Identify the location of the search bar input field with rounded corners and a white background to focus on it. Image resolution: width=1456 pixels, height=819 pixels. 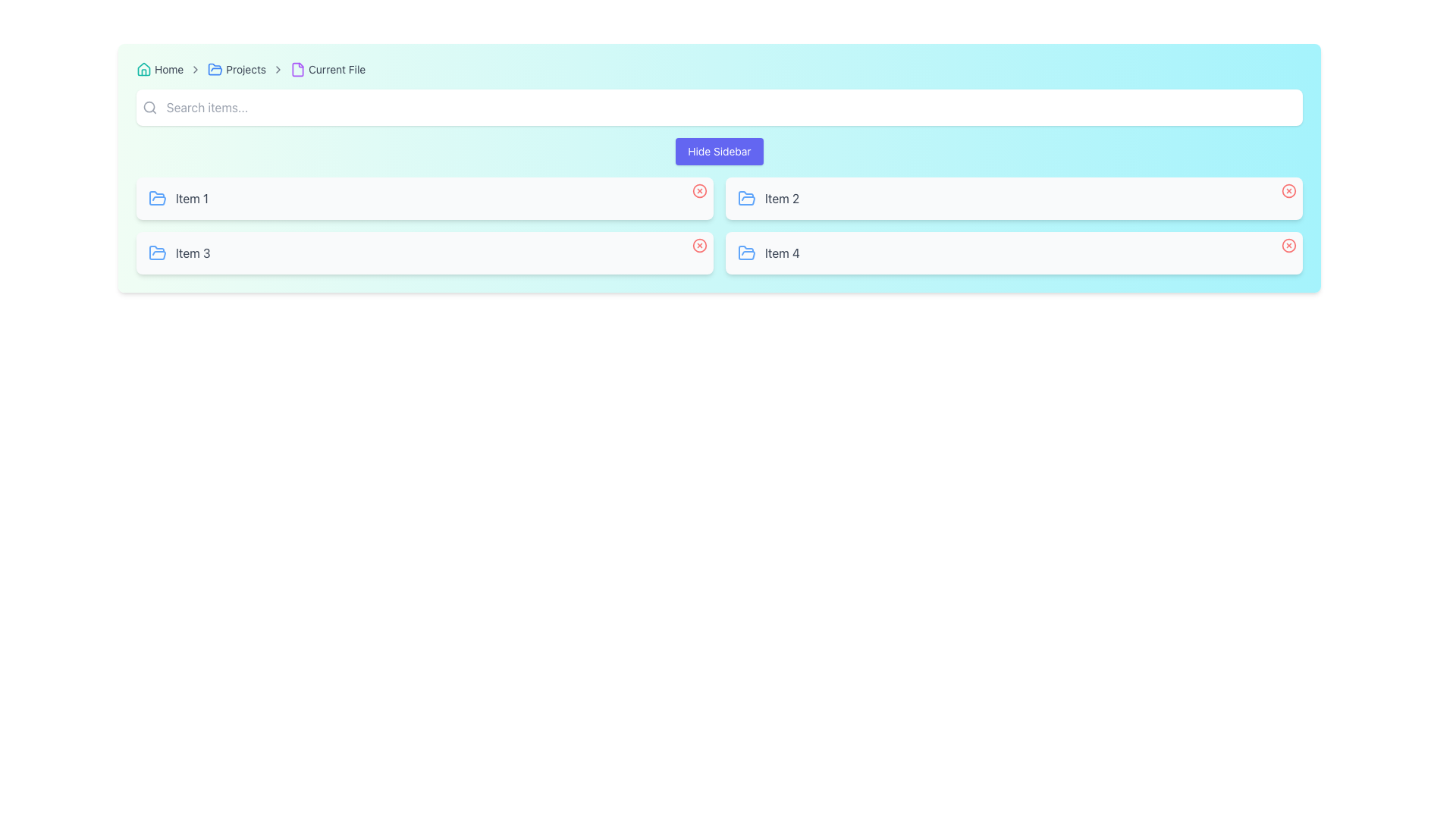
(719, 107).